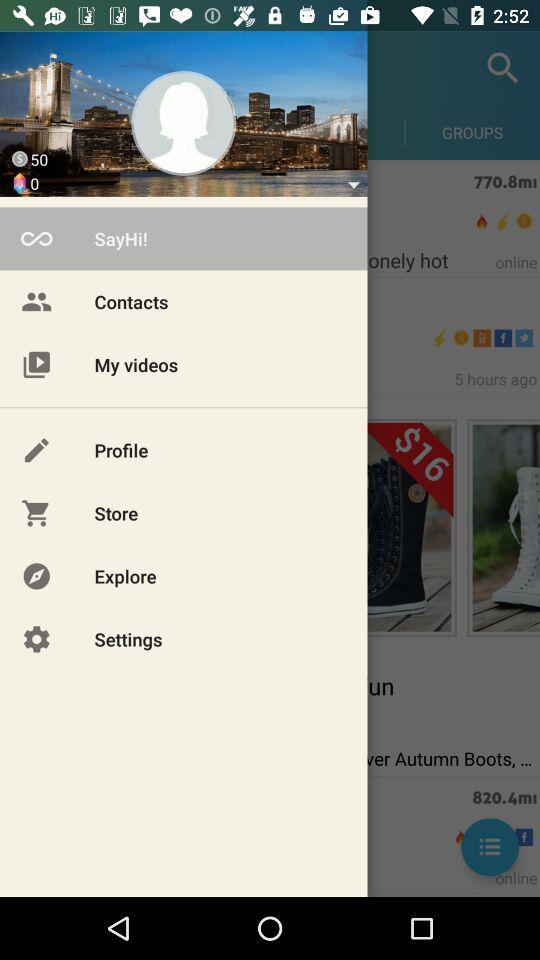 The image size is (540, 960). Describe the element at coordinates (489, 846) in the screenshot. I see `the list icon` at that location.